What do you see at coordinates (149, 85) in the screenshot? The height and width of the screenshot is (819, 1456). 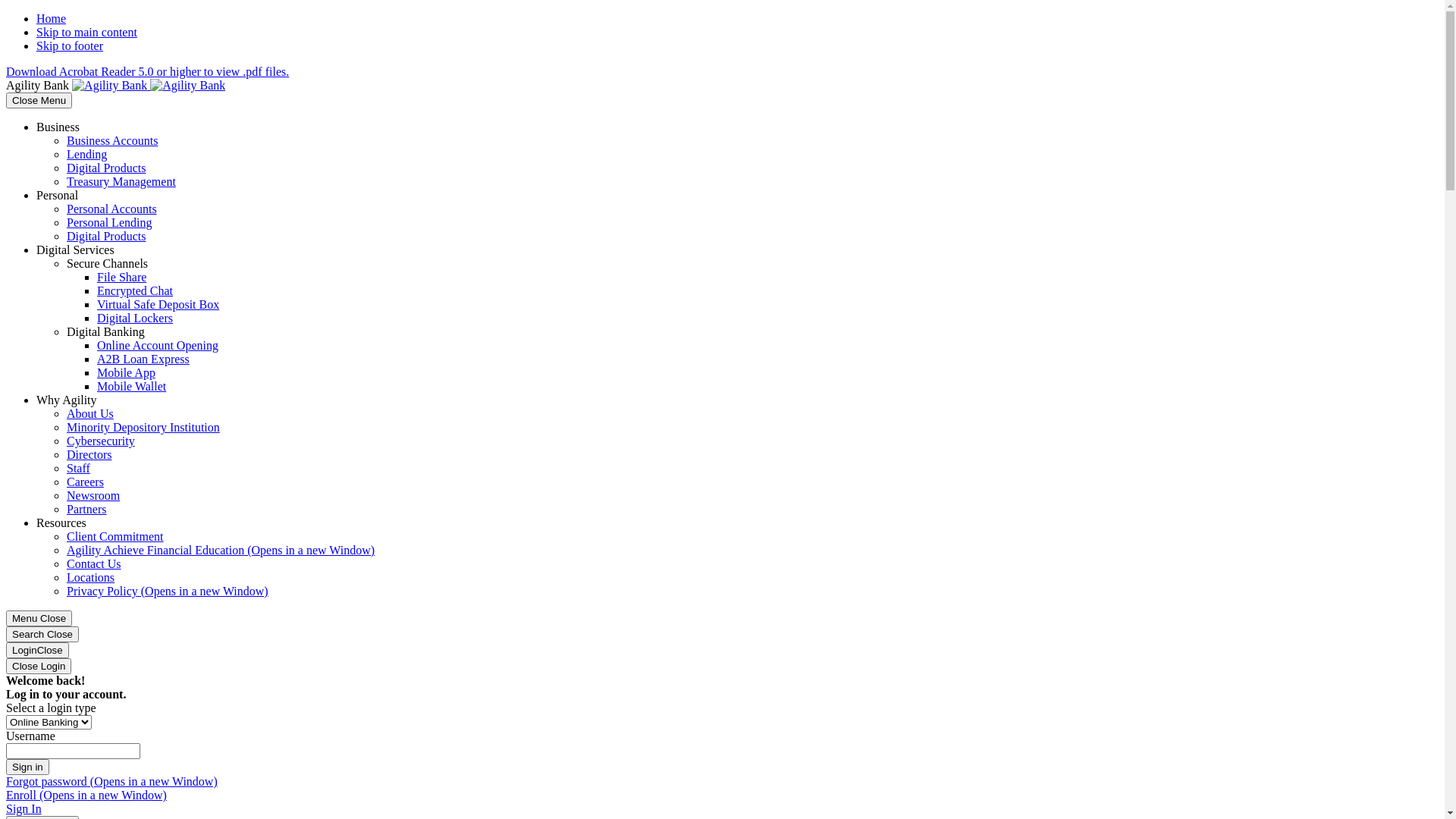 I see `'Agility Bank, Houston, TX'` at bounding box center [149, 85].